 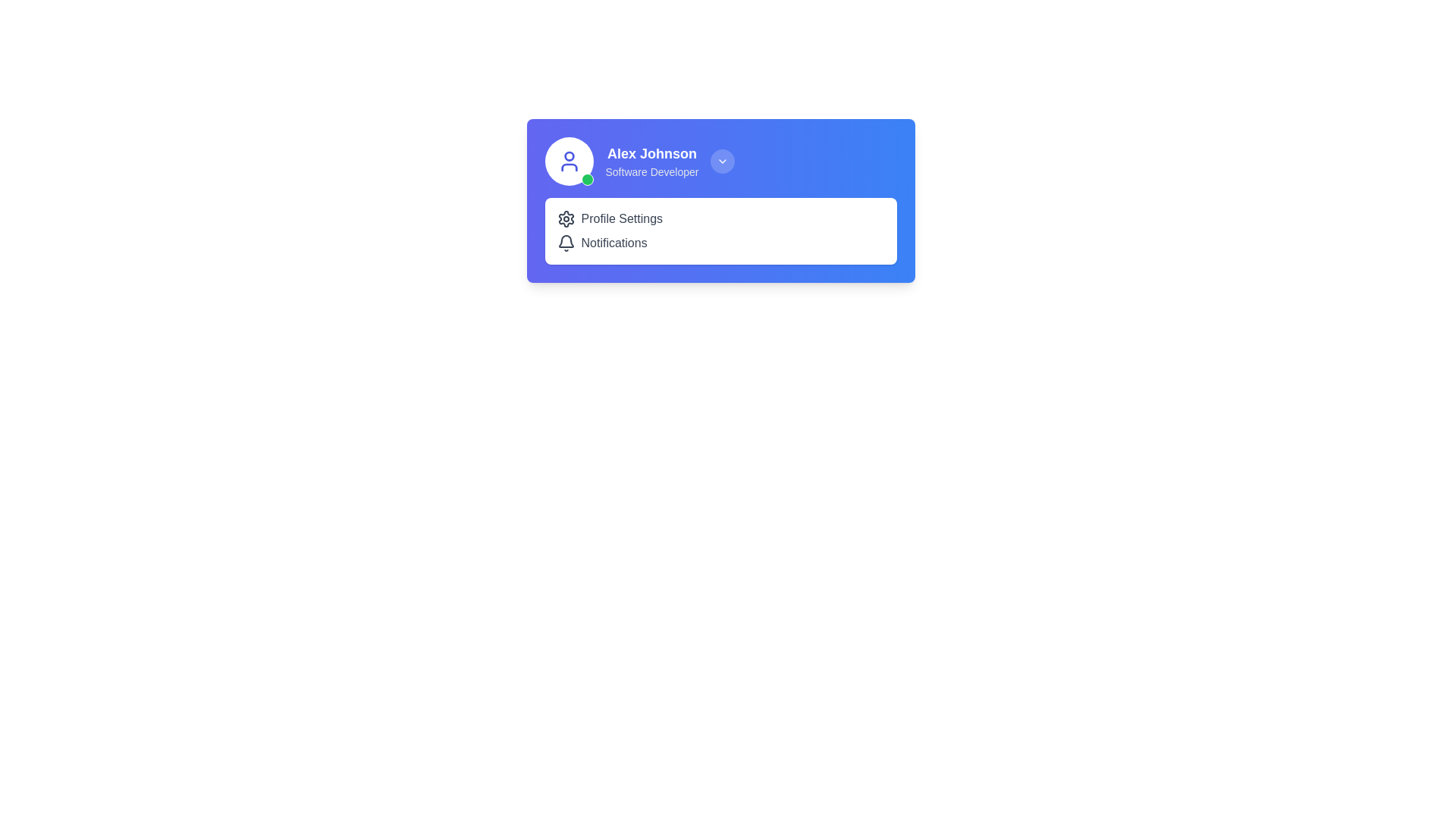 What do you see at coordinates (720, 161) in the screenshot?
I see `the Profile information summary with an interactive dropdown button` at bounding box center [720, 161].